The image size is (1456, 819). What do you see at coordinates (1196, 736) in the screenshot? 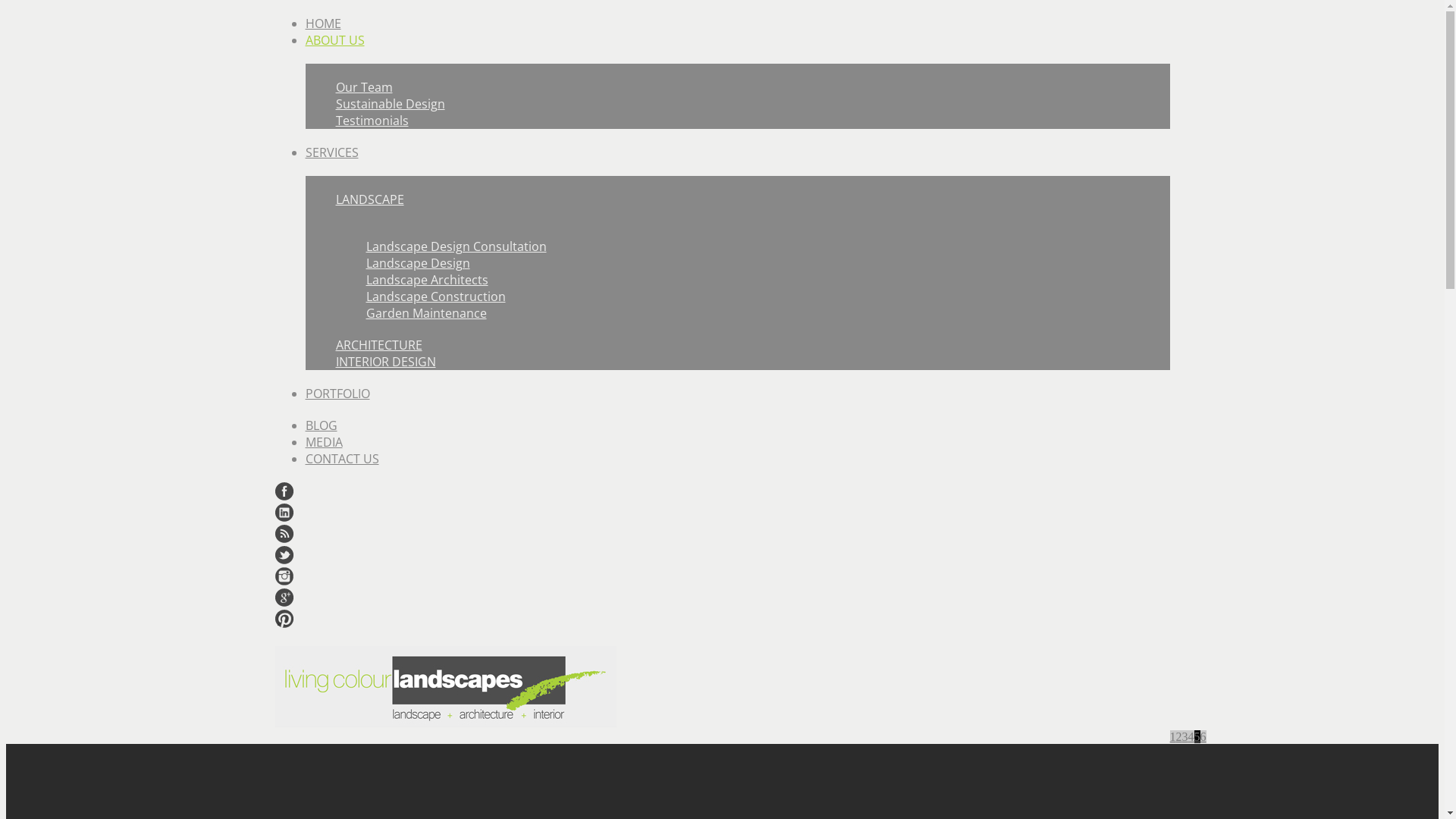
I see `'5'` at bounding box center [1196, 736].